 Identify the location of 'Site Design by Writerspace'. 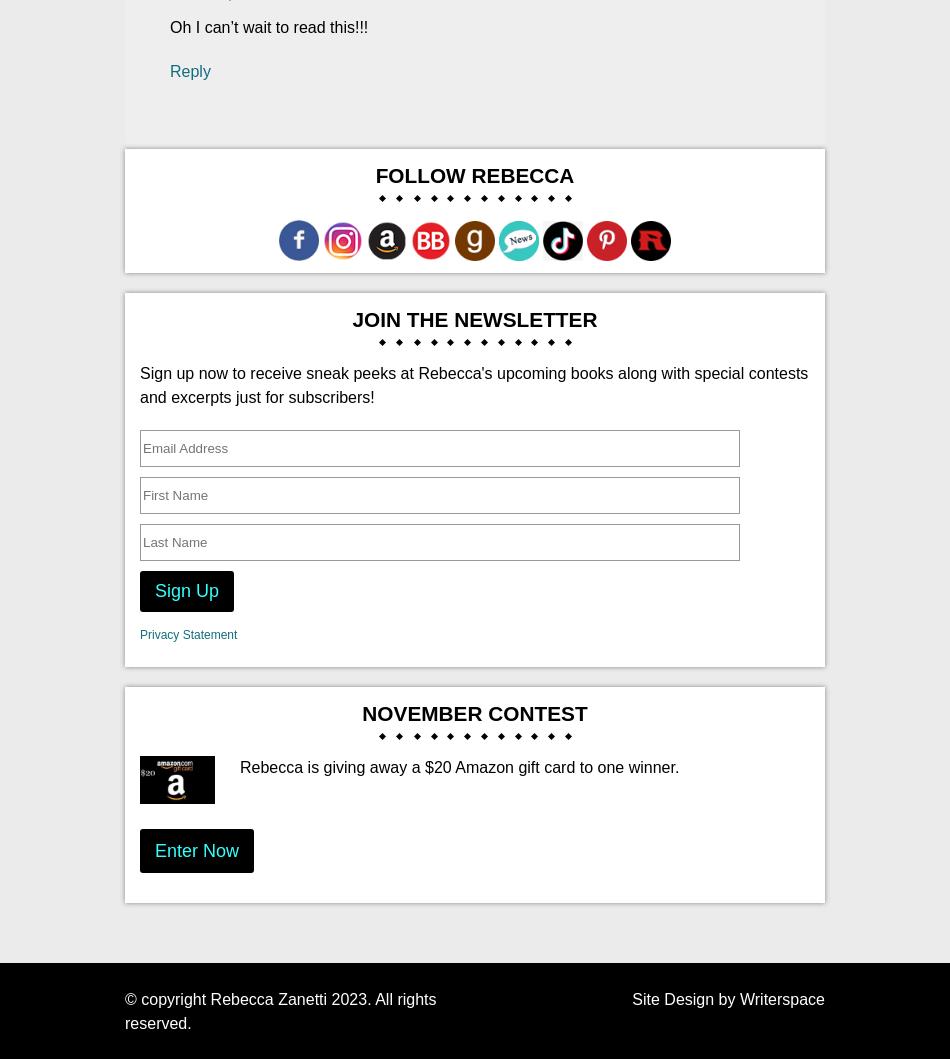
(727, 997).